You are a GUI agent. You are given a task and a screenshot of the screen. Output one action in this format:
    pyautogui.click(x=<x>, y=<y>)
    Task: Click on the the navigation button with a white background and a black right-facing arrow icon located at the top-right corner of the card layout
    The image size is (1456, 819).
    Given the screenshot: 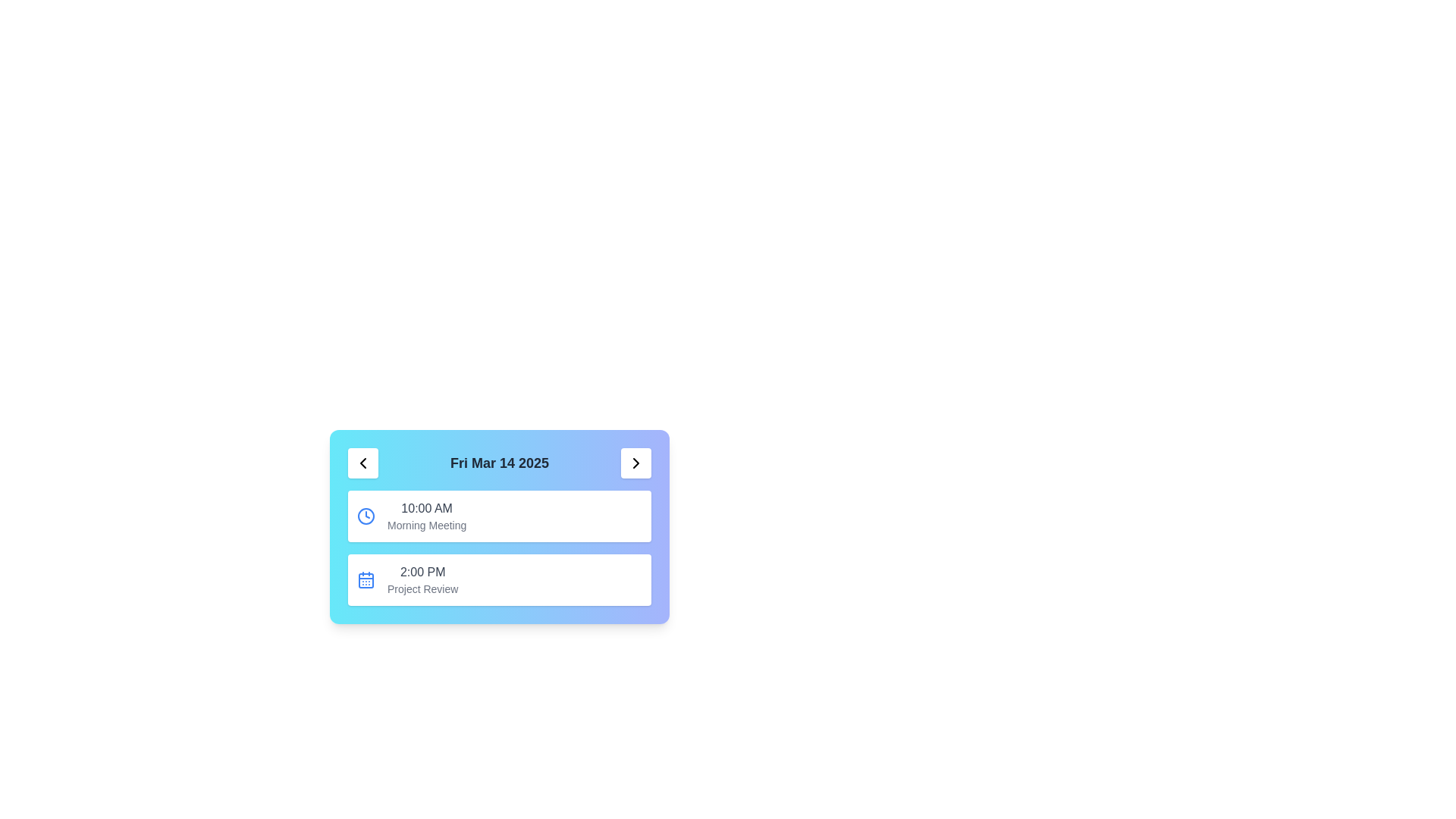 What is the action you would take?
    pyautogui.click(x=636, y=462)
    